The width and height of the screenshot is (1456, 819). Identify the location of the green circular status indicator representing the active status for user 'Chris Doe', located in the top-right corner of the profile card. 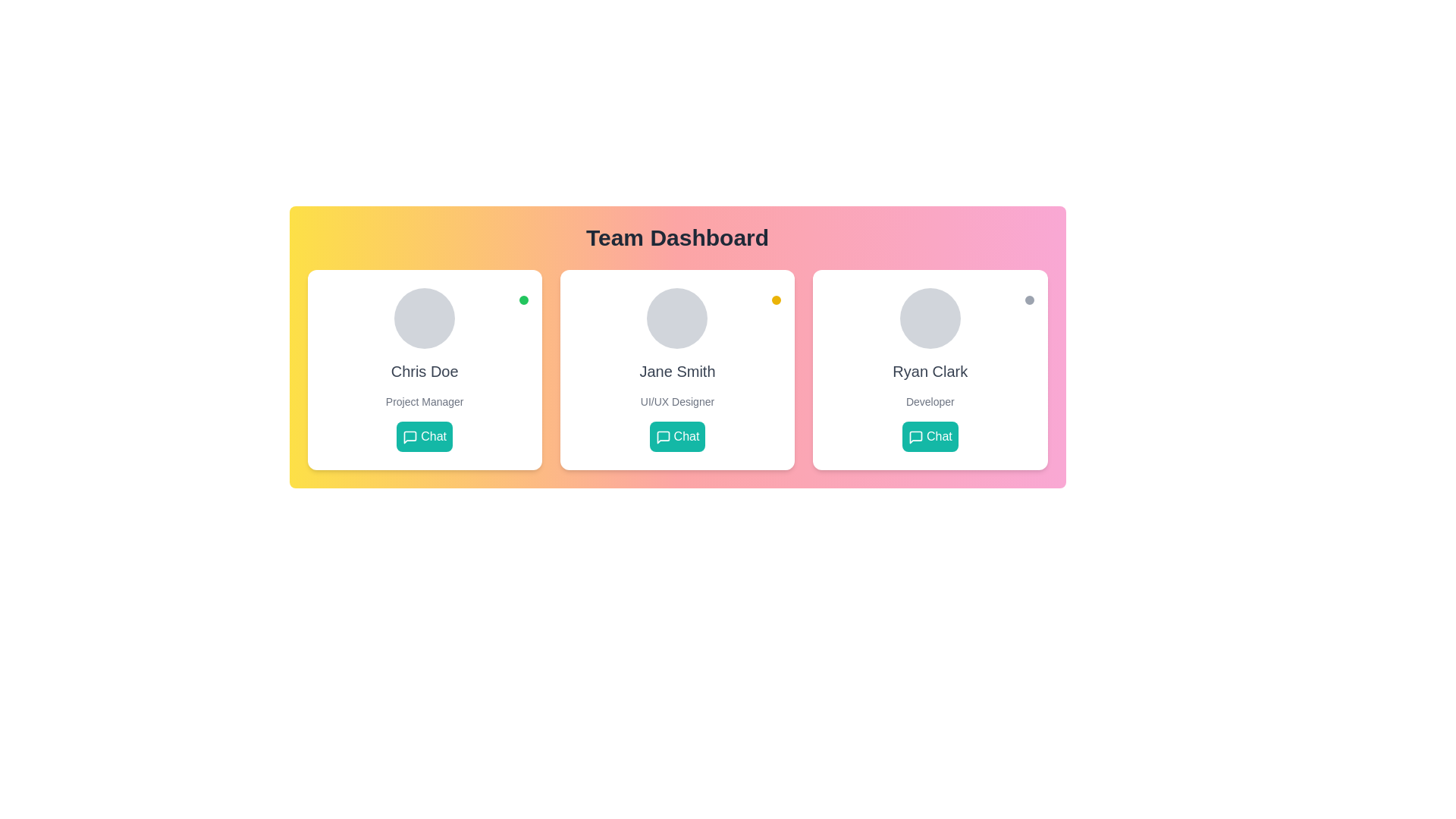
(523, 300).